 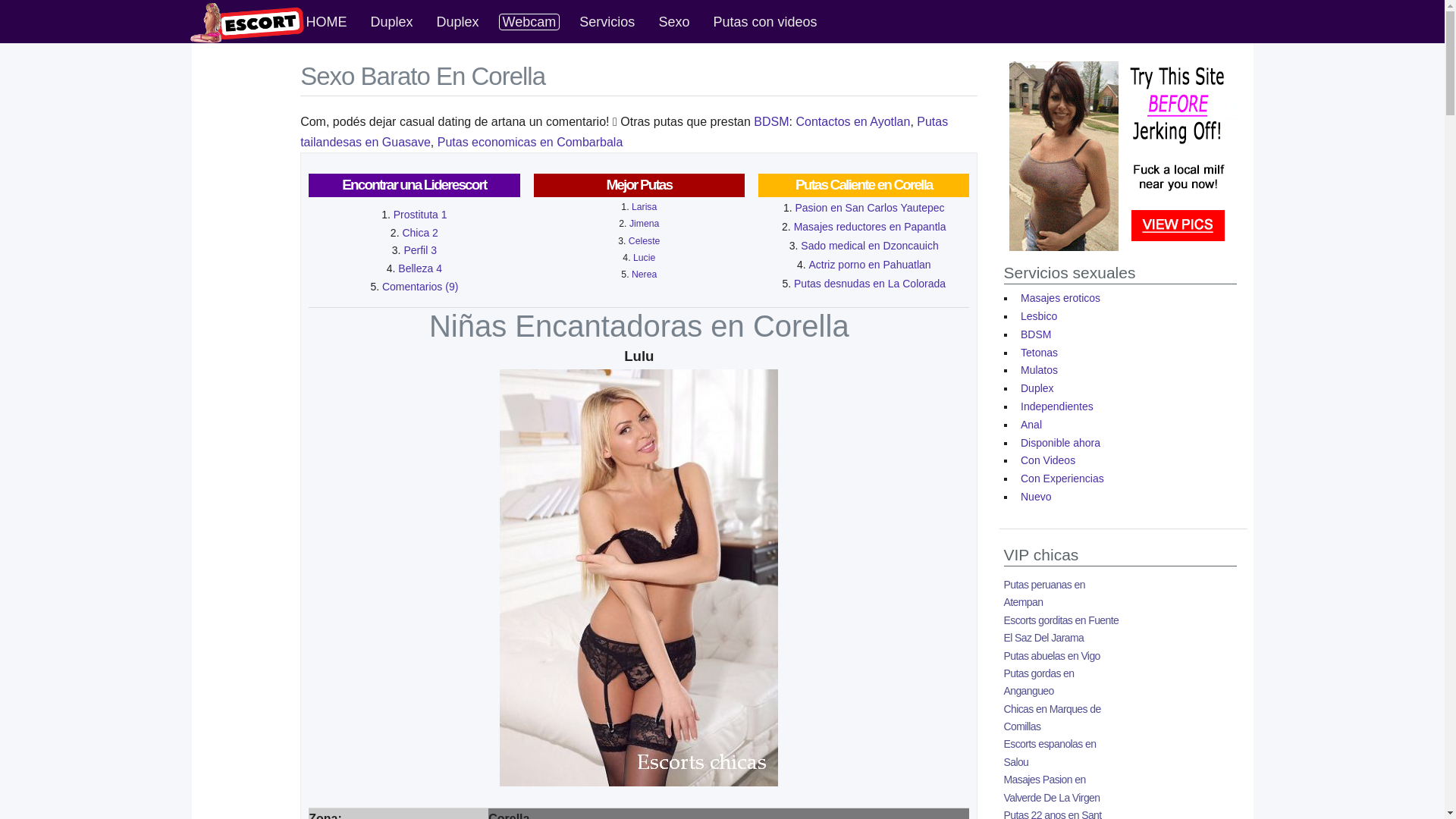 I want to click on 'Servicios', so click(x=607, y=22).